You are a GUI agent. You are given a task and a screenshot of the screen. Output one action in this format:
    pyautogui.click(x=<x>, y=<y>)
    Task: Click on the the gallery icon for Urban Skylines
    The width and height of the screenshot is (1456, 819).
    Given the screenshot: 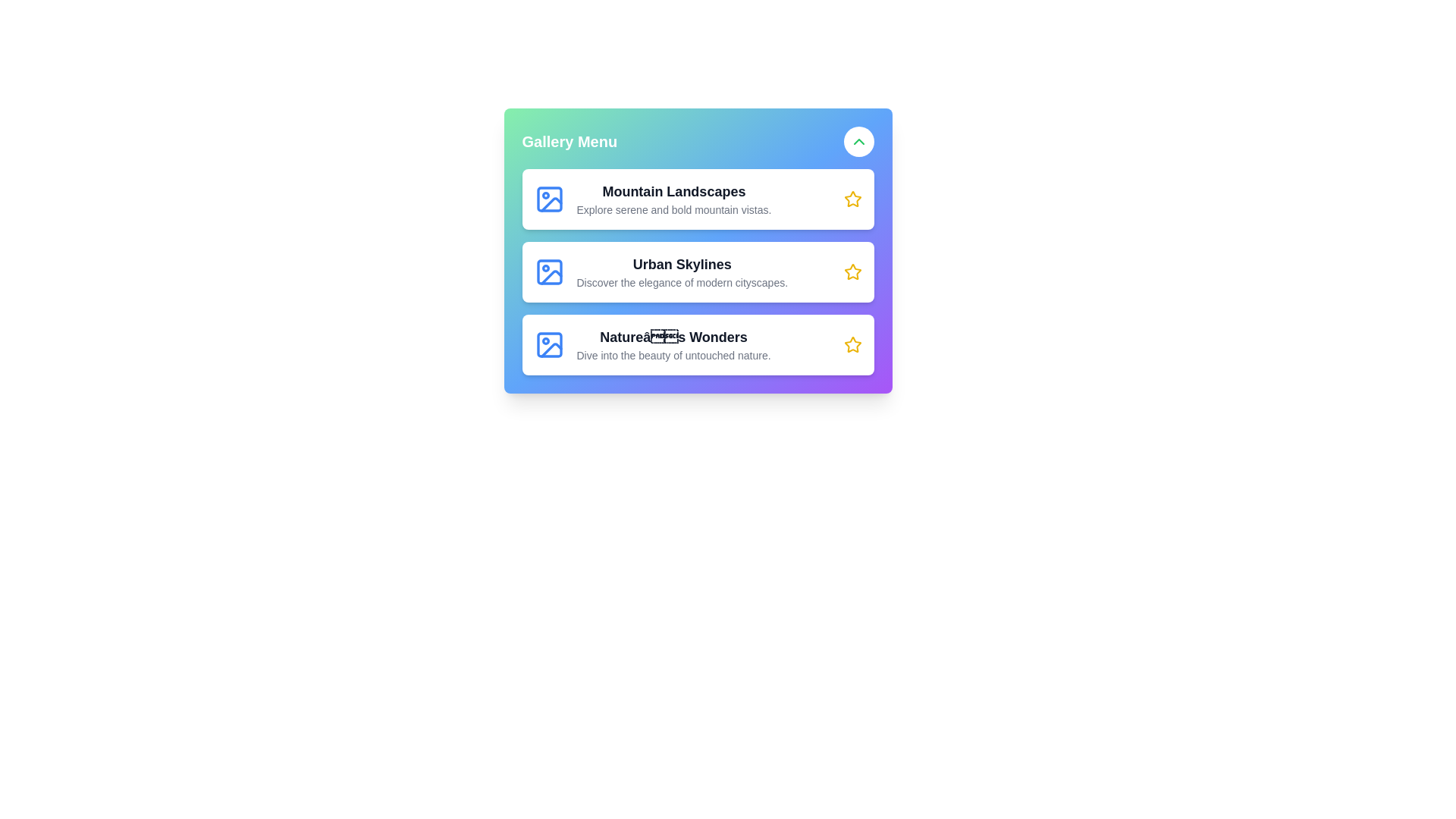 What is the action you would take?
    pyautogui.click(x=548, y=271)
    